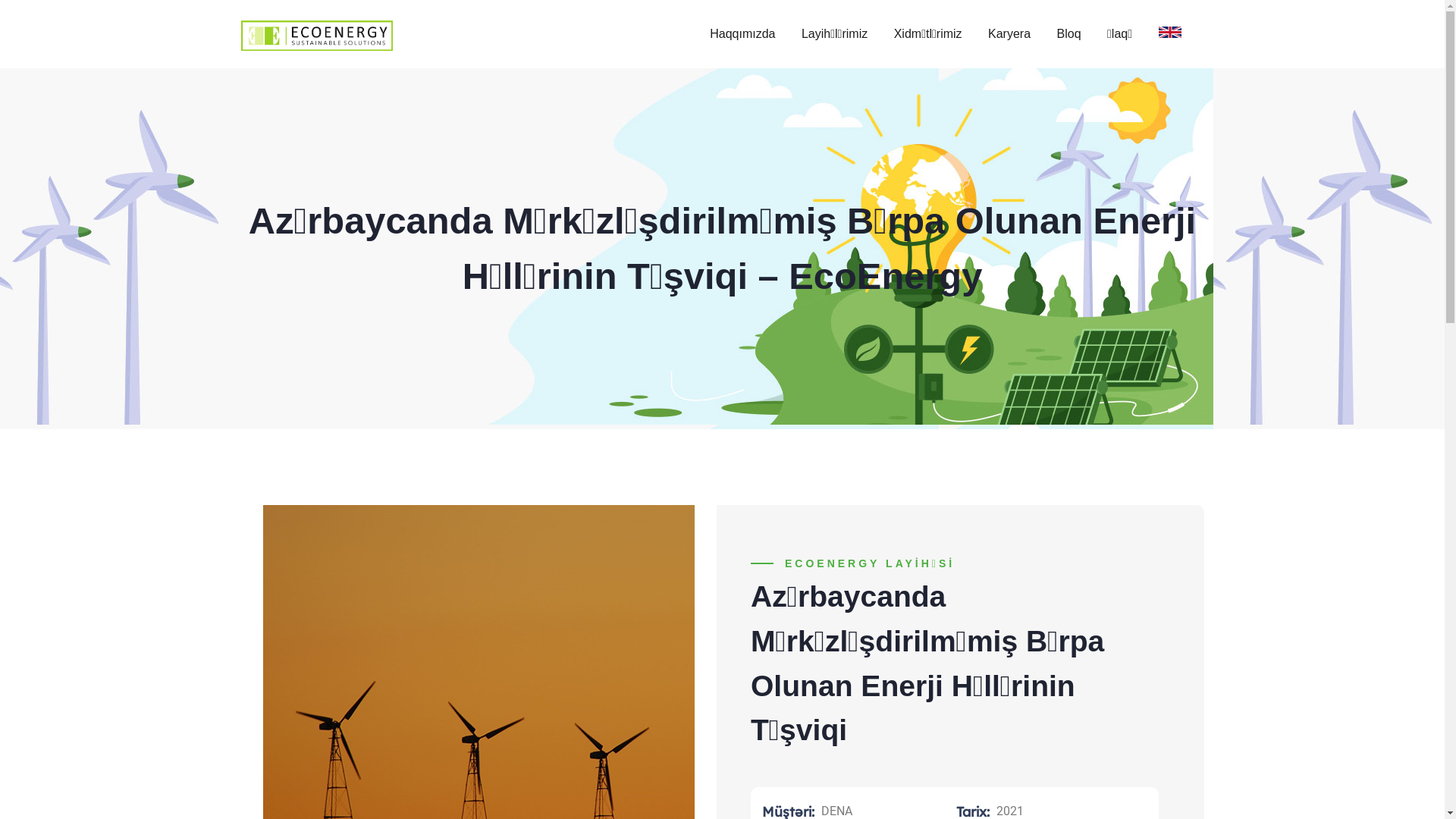  Describe the element at coordinates (1009, 34) in the screenshot. I see `'Karyera'` at that location.